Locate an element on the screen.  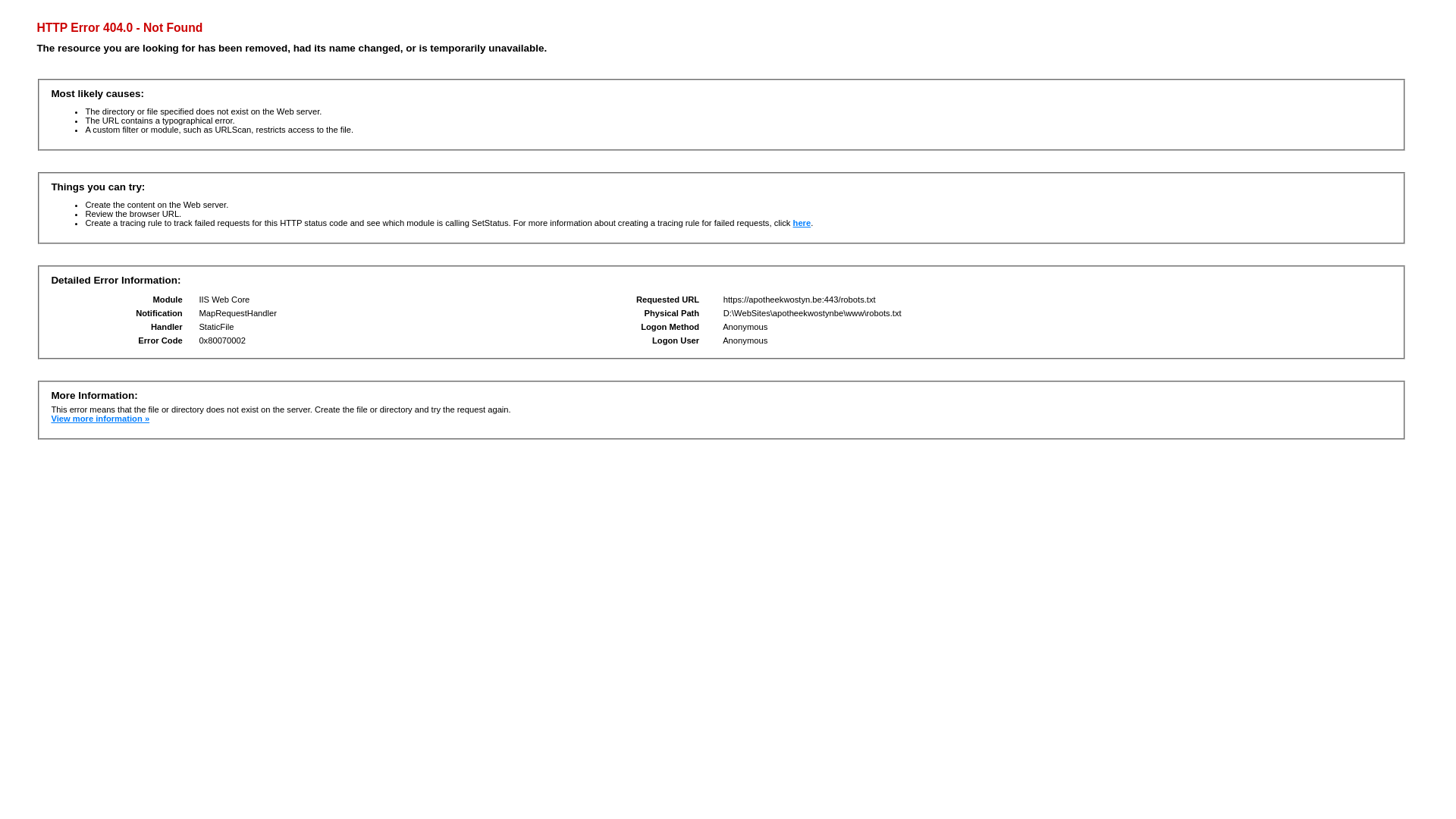
'here' is located at coordinates (801, 222).